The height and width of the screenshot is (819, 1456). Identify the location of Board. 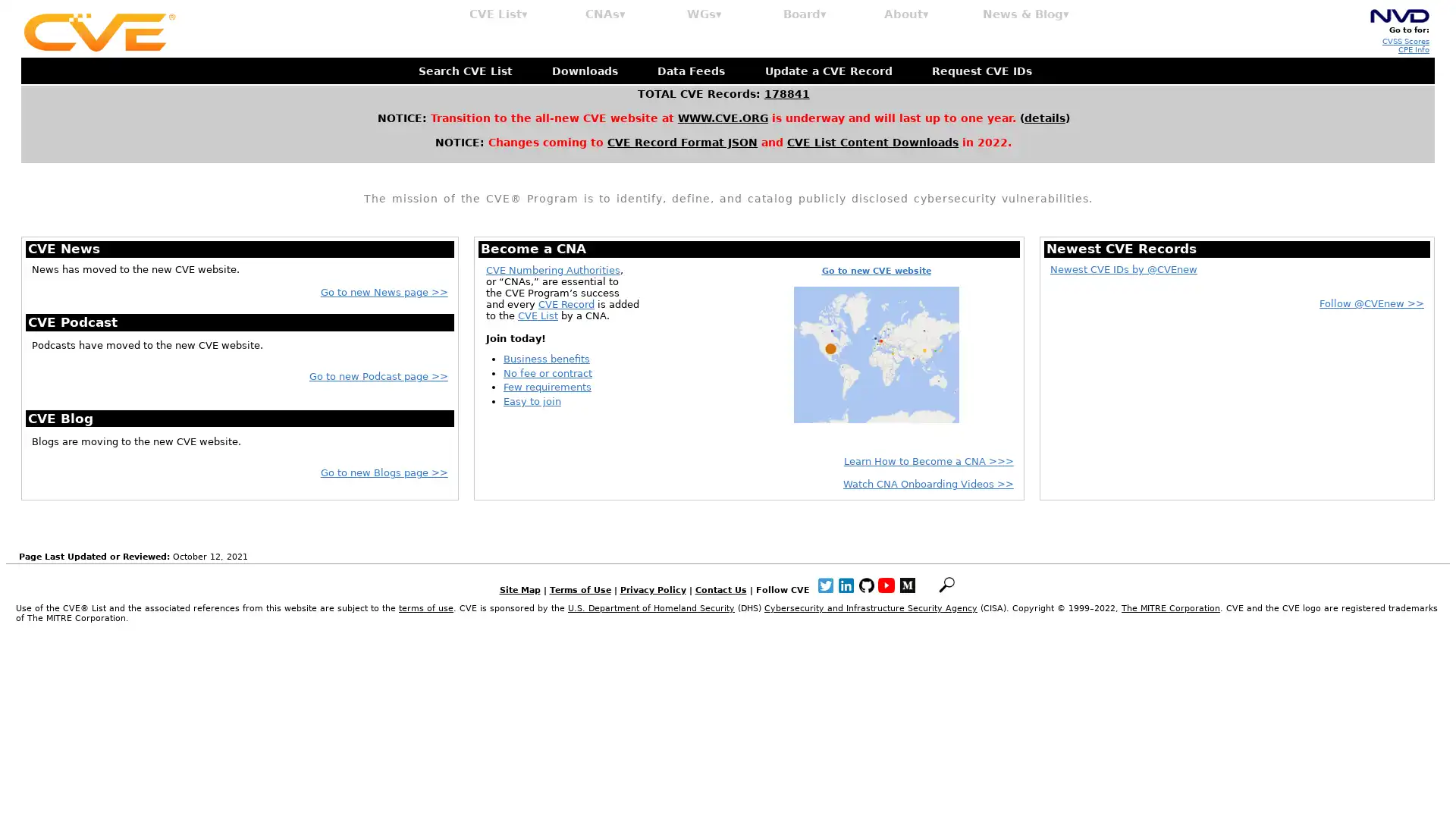
(804, 14).